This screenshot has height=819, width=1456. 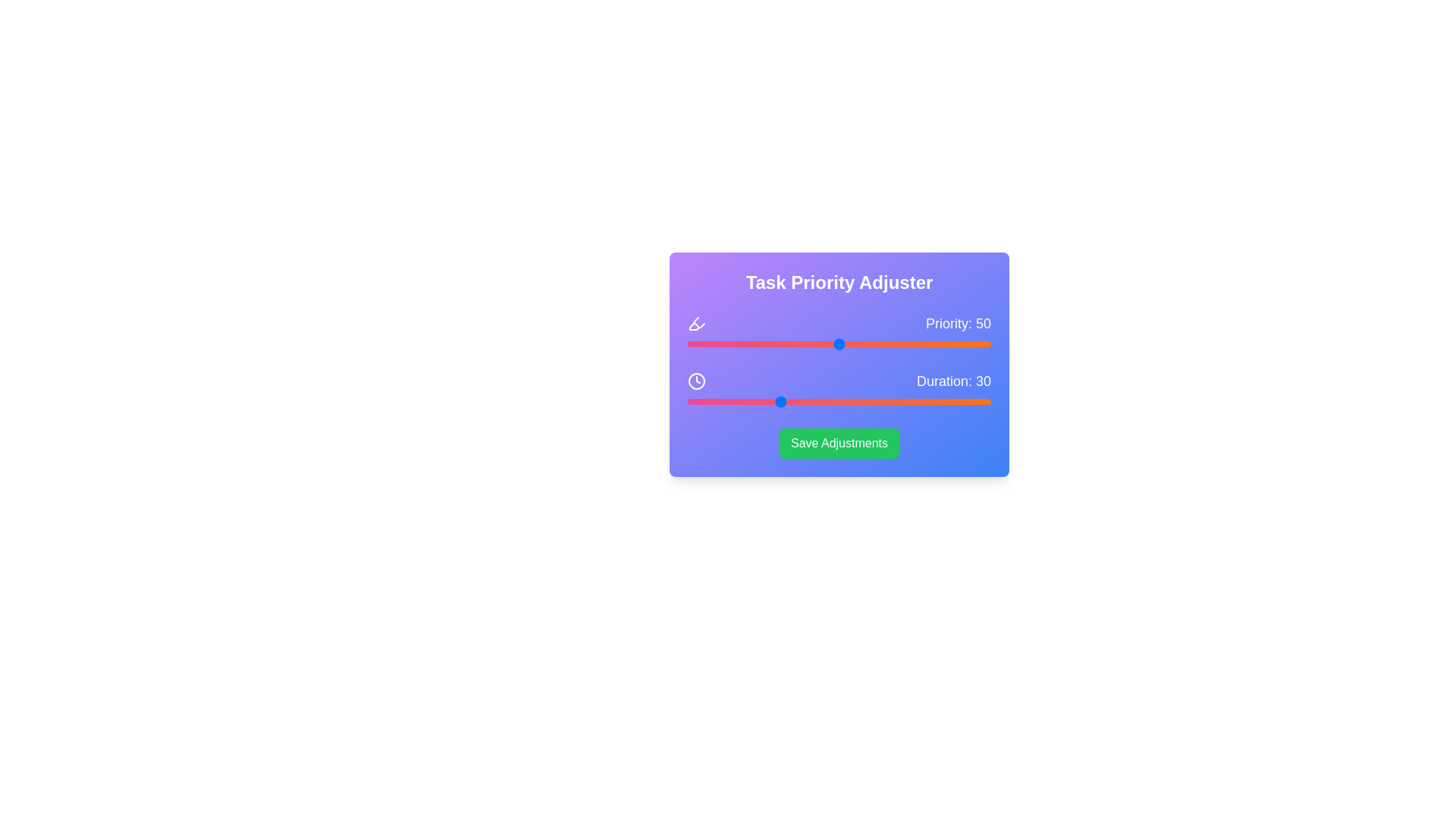 What do you see at coordinates (693, 400) in the screenshot?
I see `the 'Duration' slider to 2 value` at bounding box center [693, 400].